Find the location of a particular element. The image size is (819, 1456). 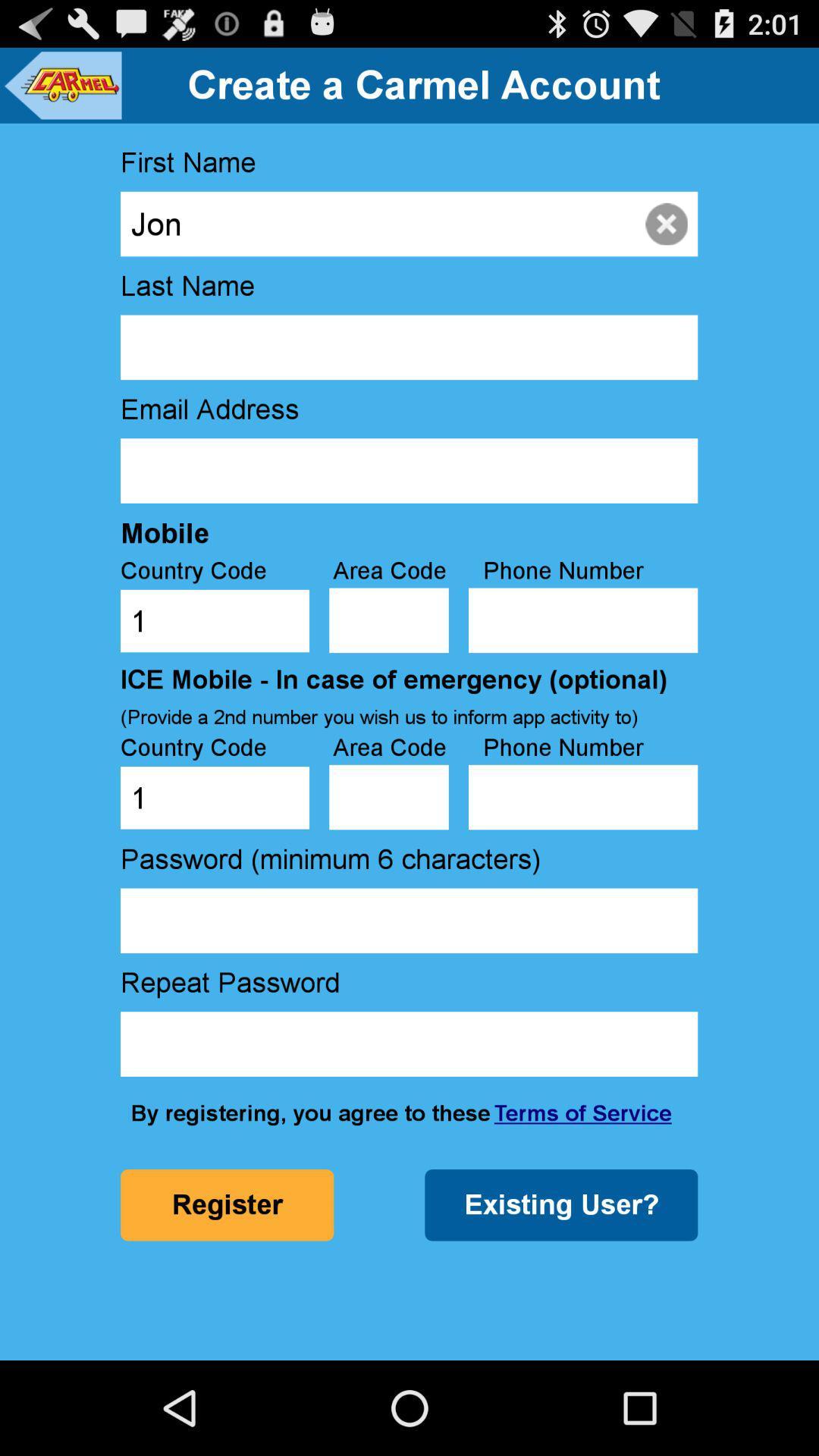

the terms of service item is located at coordinates (582, 1113).